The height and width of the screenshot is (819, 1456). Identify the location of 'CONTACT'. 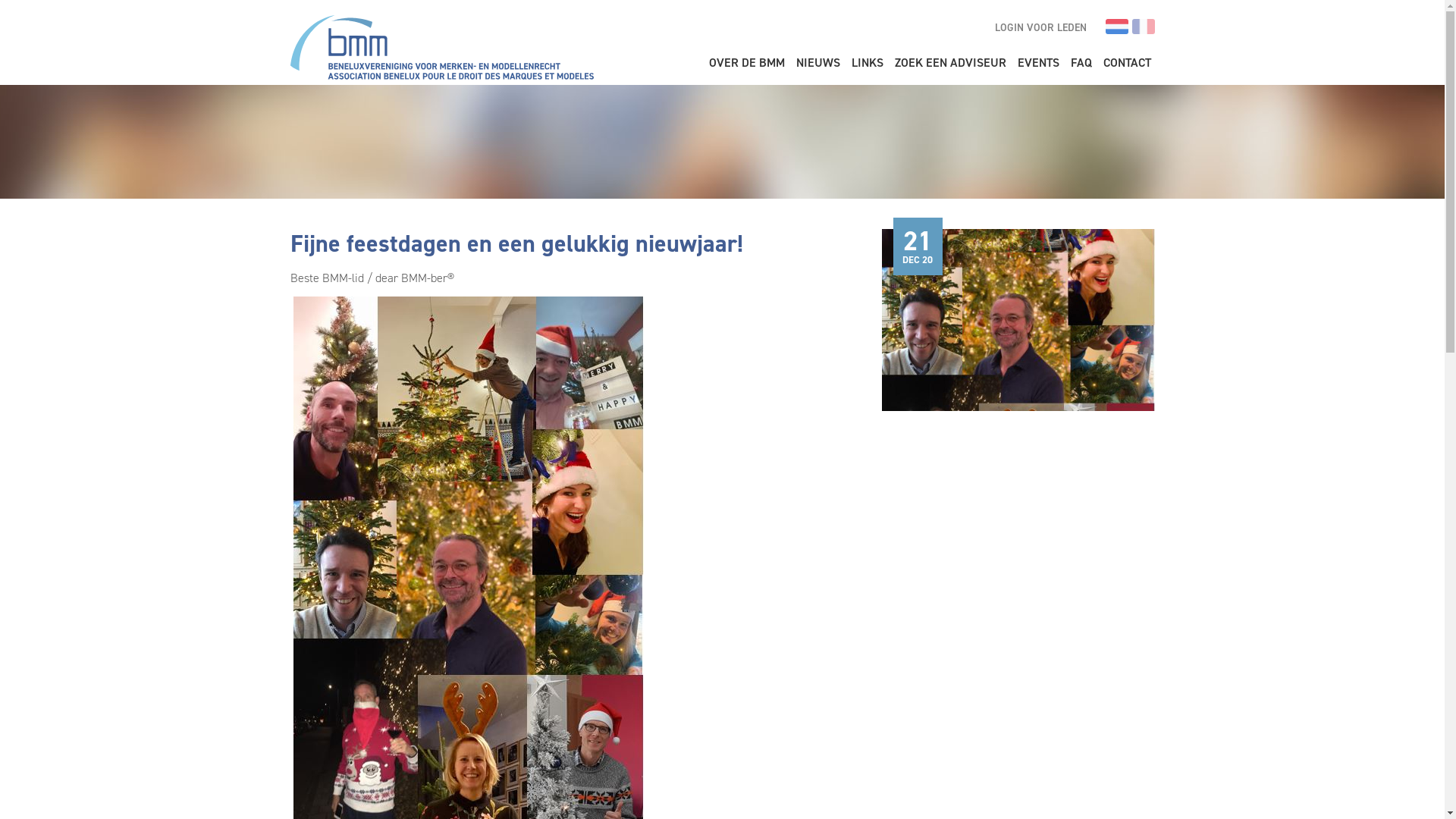
(1127, 63).